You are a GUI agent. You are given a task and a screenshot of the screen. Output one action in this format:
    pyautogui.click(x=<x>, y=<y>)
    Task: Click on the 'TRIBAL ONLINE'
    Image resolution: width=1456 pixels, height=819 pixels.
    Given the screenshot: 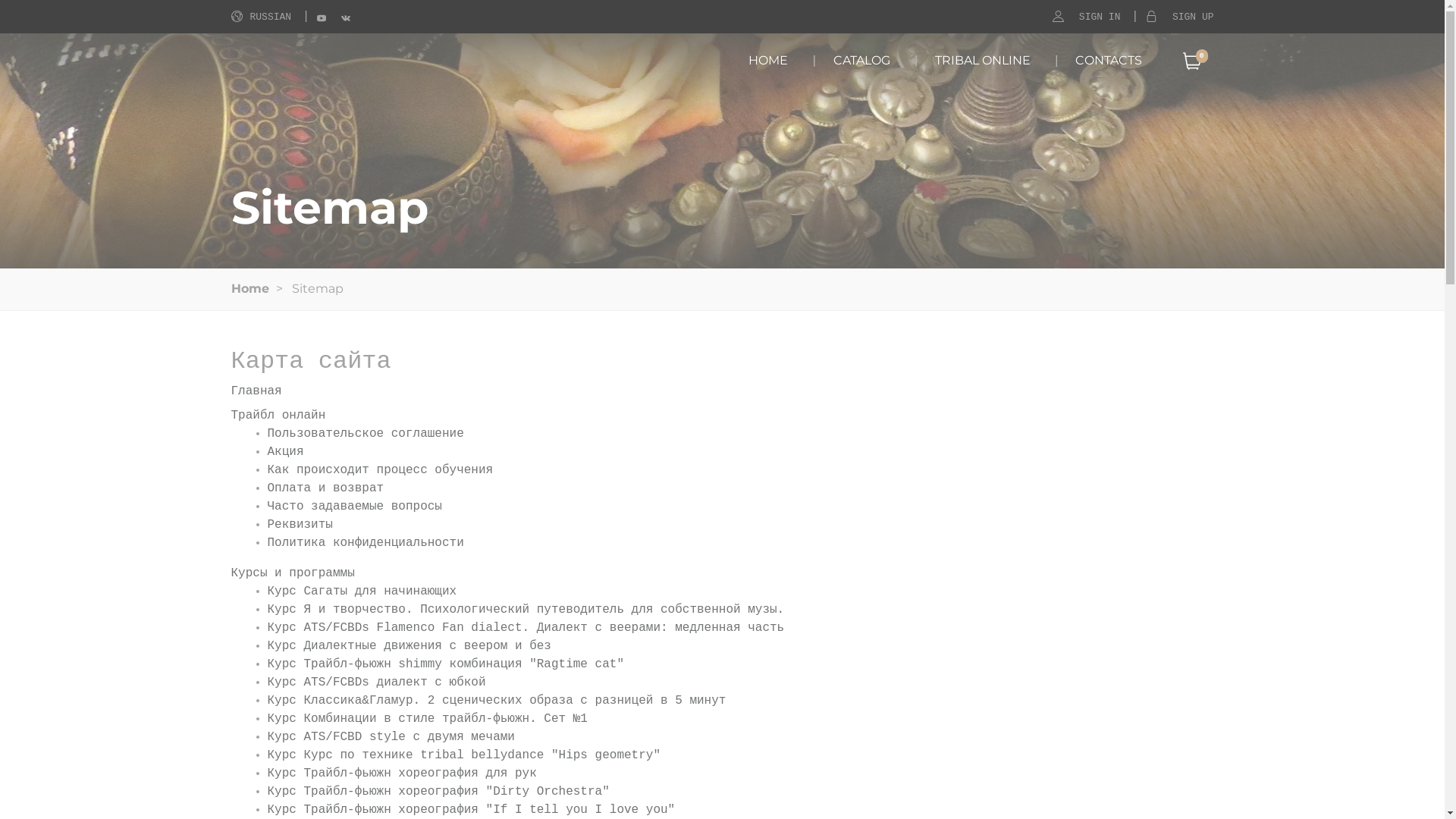 What is the action you would take?
    pyautogui.click(x=983, y=59)
    